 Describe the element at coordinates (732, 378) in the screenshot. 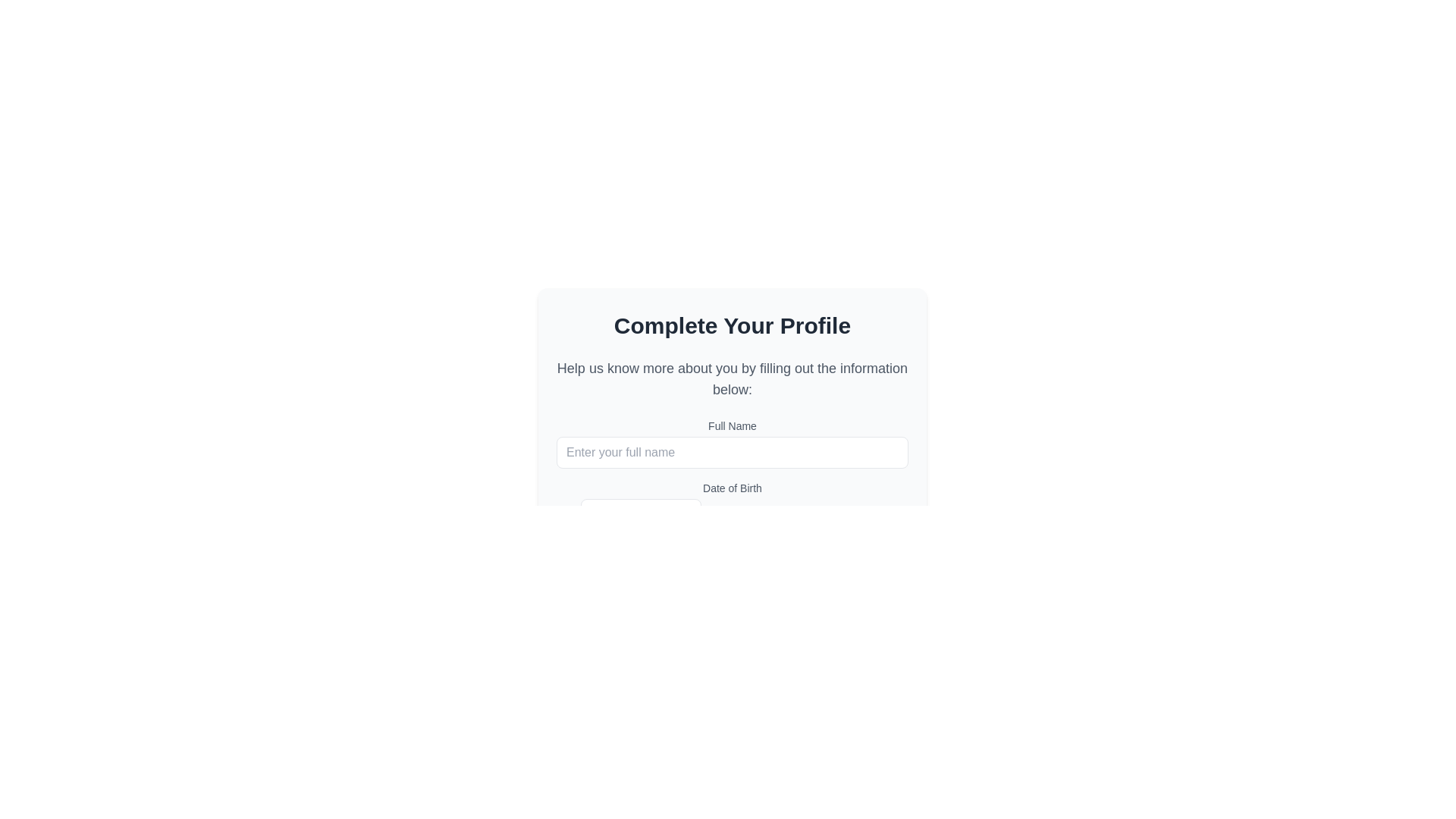

I see `the introductory text block located beneath the title 'Complete Your Profile', which guides users about the form's purpose` at that location.